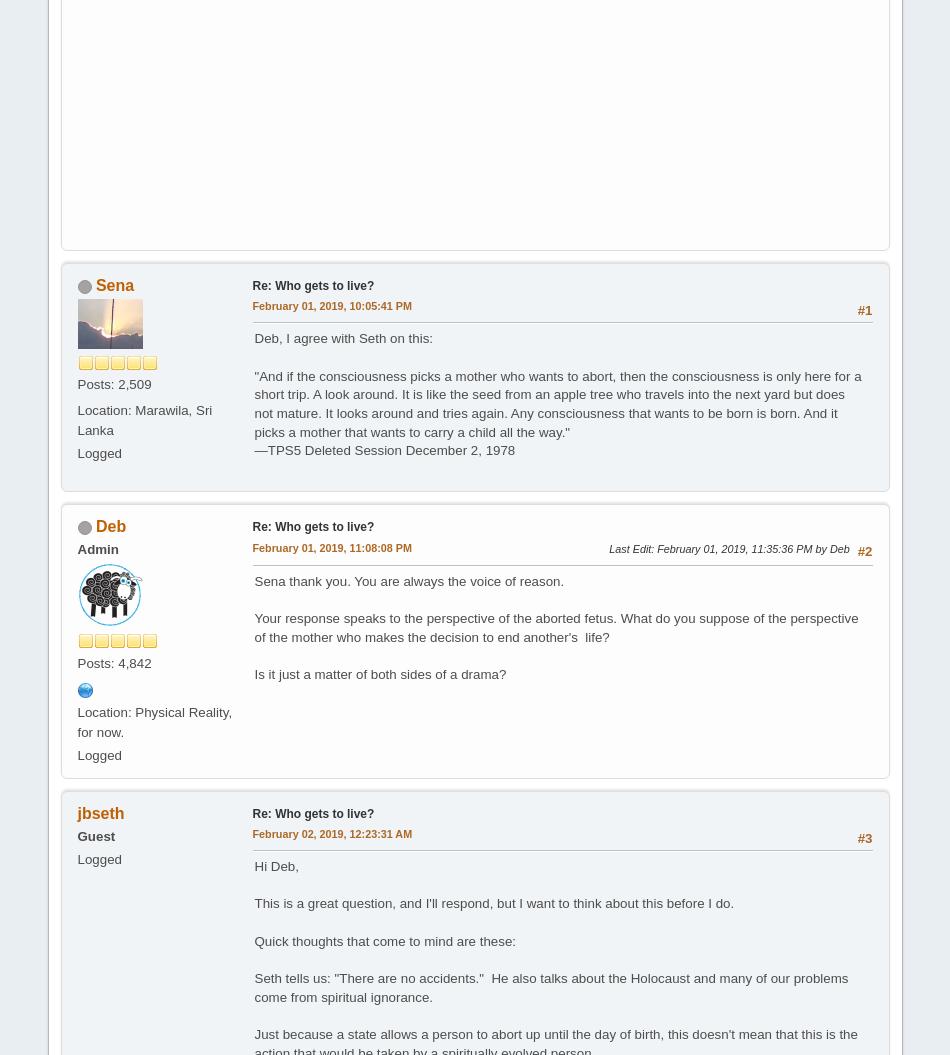  Describe the element at coordinates (144, 419) in the screenshot. I see `'Location: Marawila, Sri Lanka'` at that location.